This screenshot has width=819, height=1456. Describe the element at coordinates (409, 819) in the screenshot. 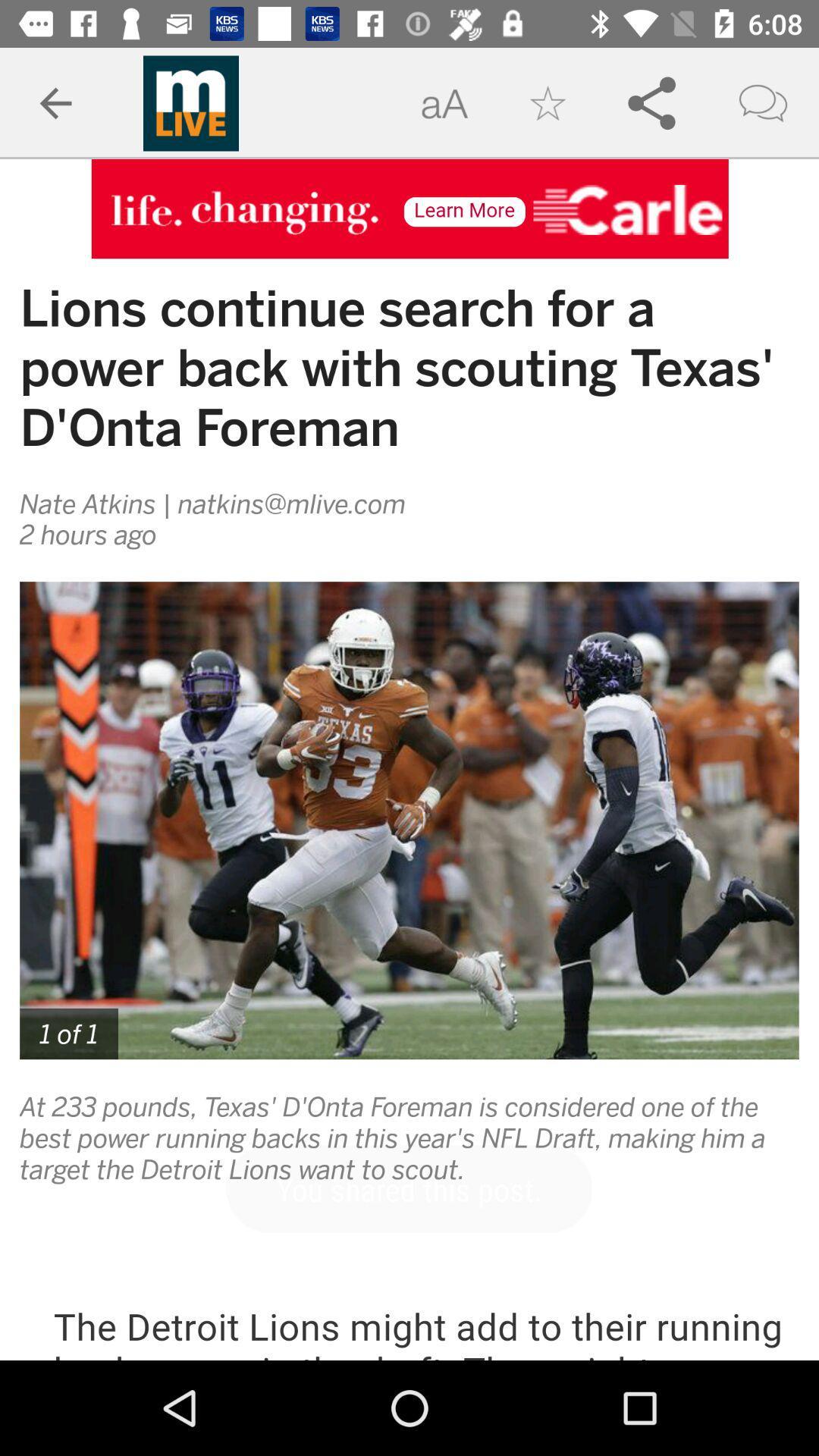

I see `the image` at that location.